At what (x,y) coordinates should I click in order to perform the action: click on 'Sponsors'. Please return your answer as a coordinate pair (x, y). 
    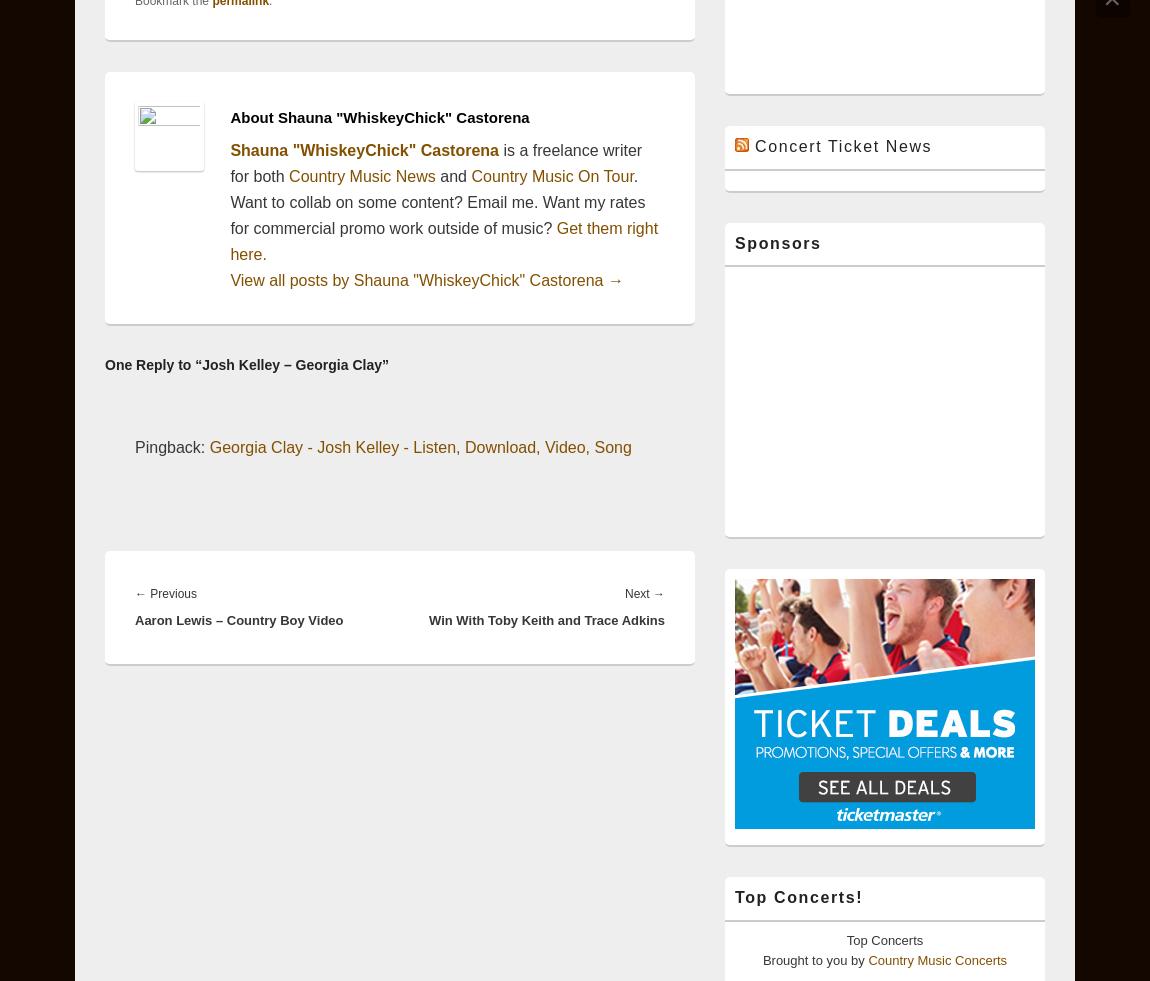
    Looking at the image, I should click on (776, 241).